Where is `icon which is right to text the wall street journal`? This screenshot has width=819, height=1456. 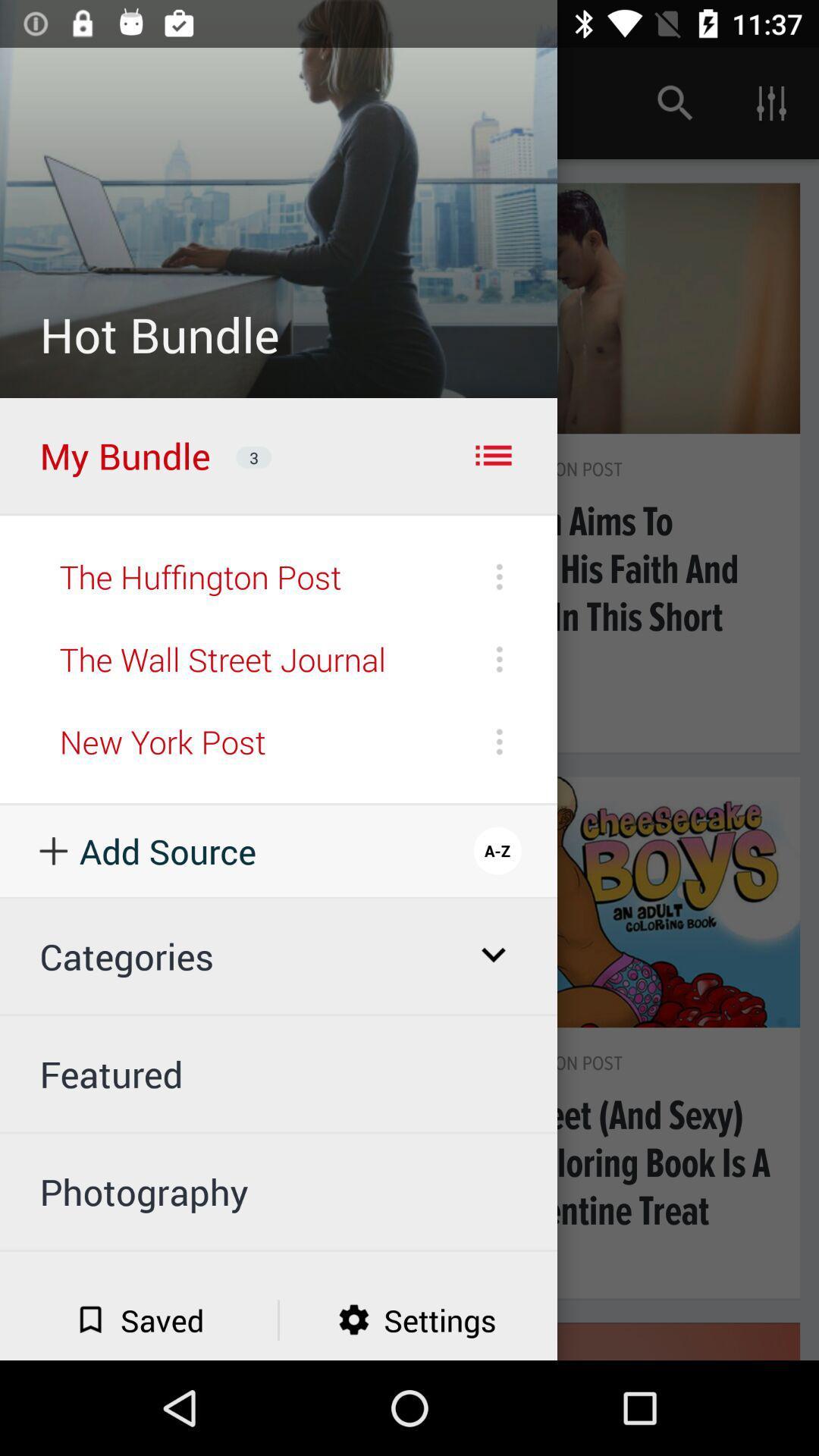
icon which is right to text the wall street journal is located at coordinates (500, 659).